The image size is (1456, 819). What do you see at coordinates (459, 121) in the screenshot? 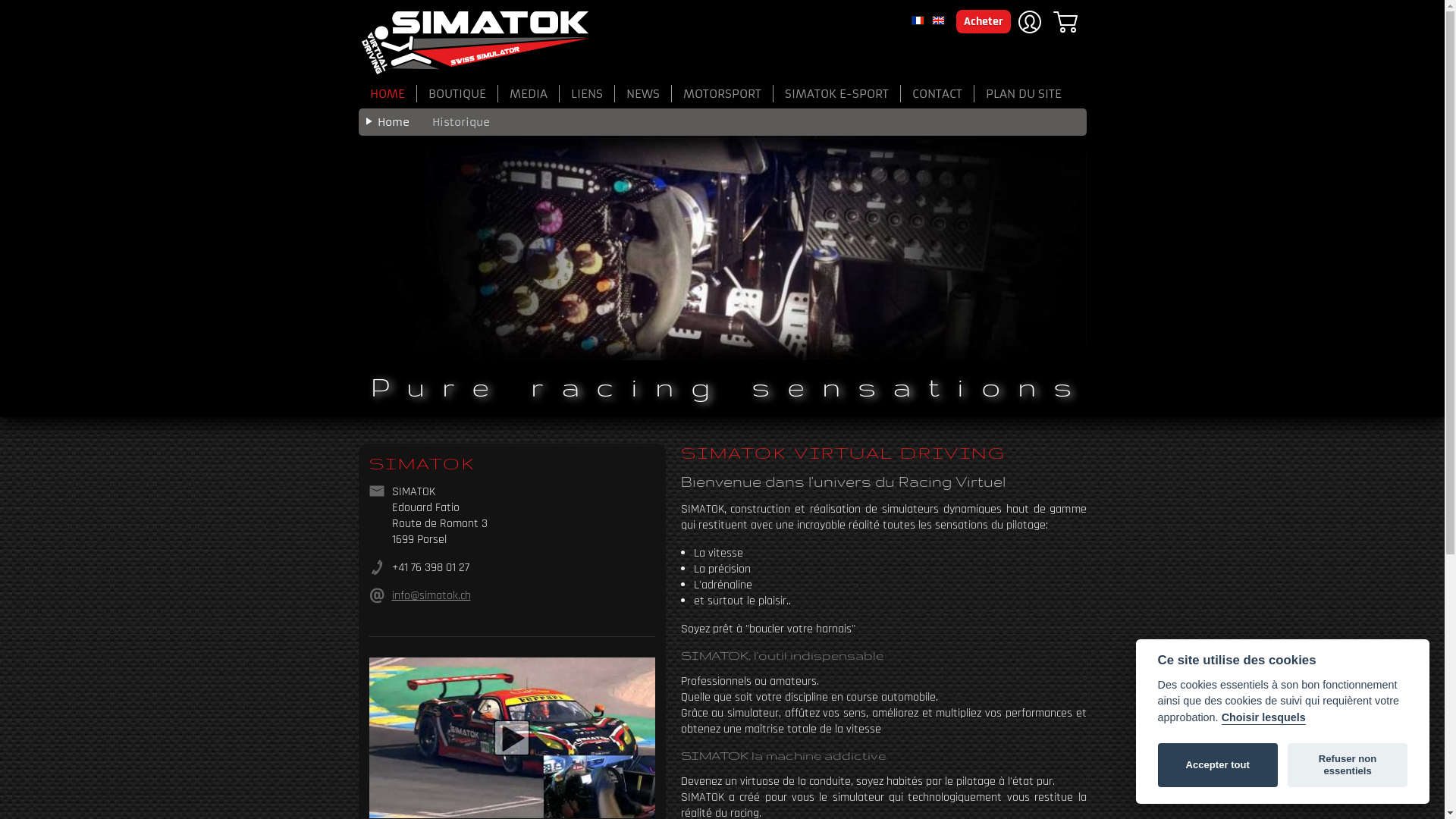
I see `'Historique'` at bounding box center [459, 121].